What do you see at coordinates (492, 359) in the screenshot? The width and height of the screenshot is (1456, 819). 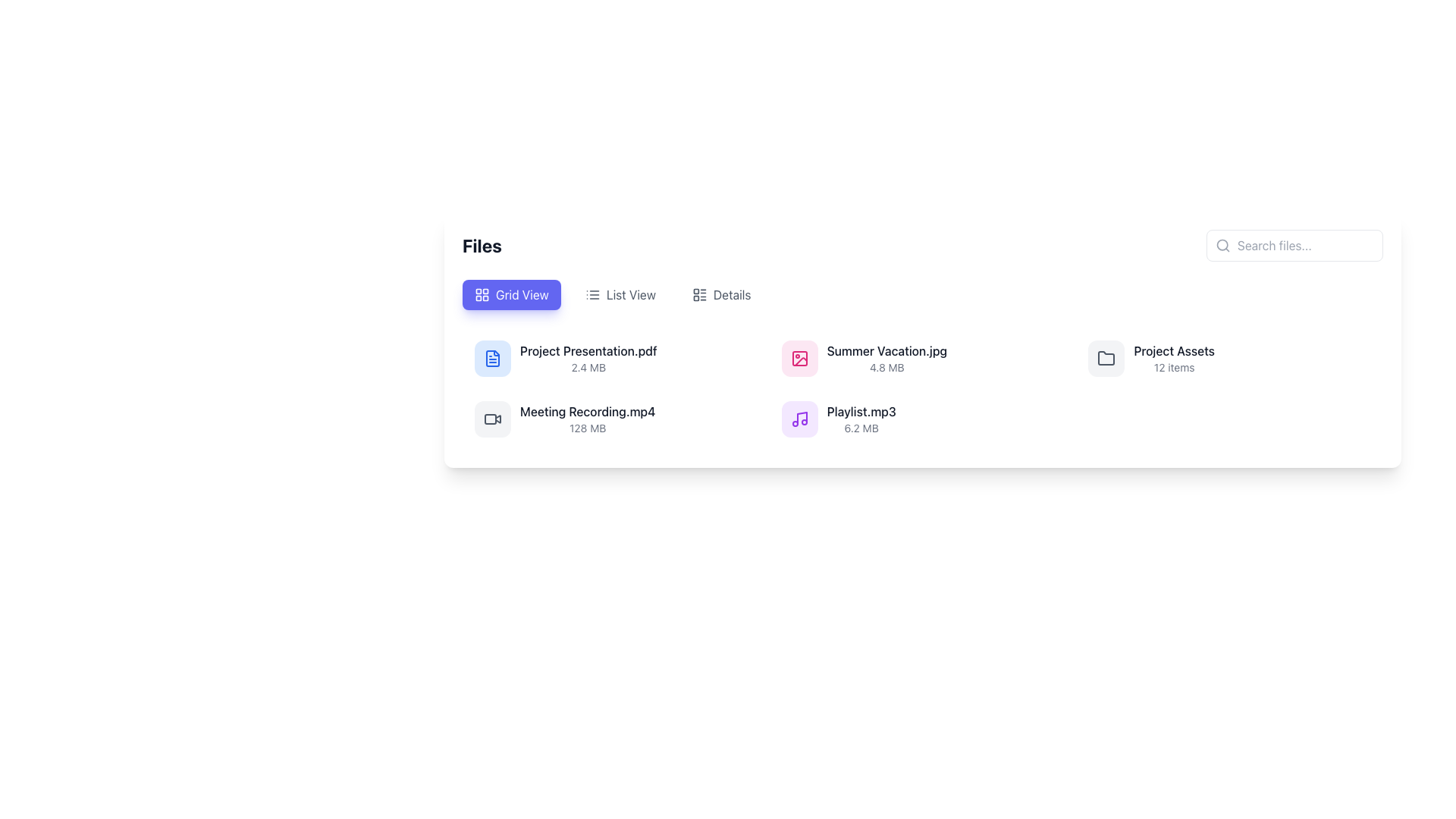 I see `the light blue rounded rectangle icon with a dark blue document and text icon` at bounding box center [492, 359].